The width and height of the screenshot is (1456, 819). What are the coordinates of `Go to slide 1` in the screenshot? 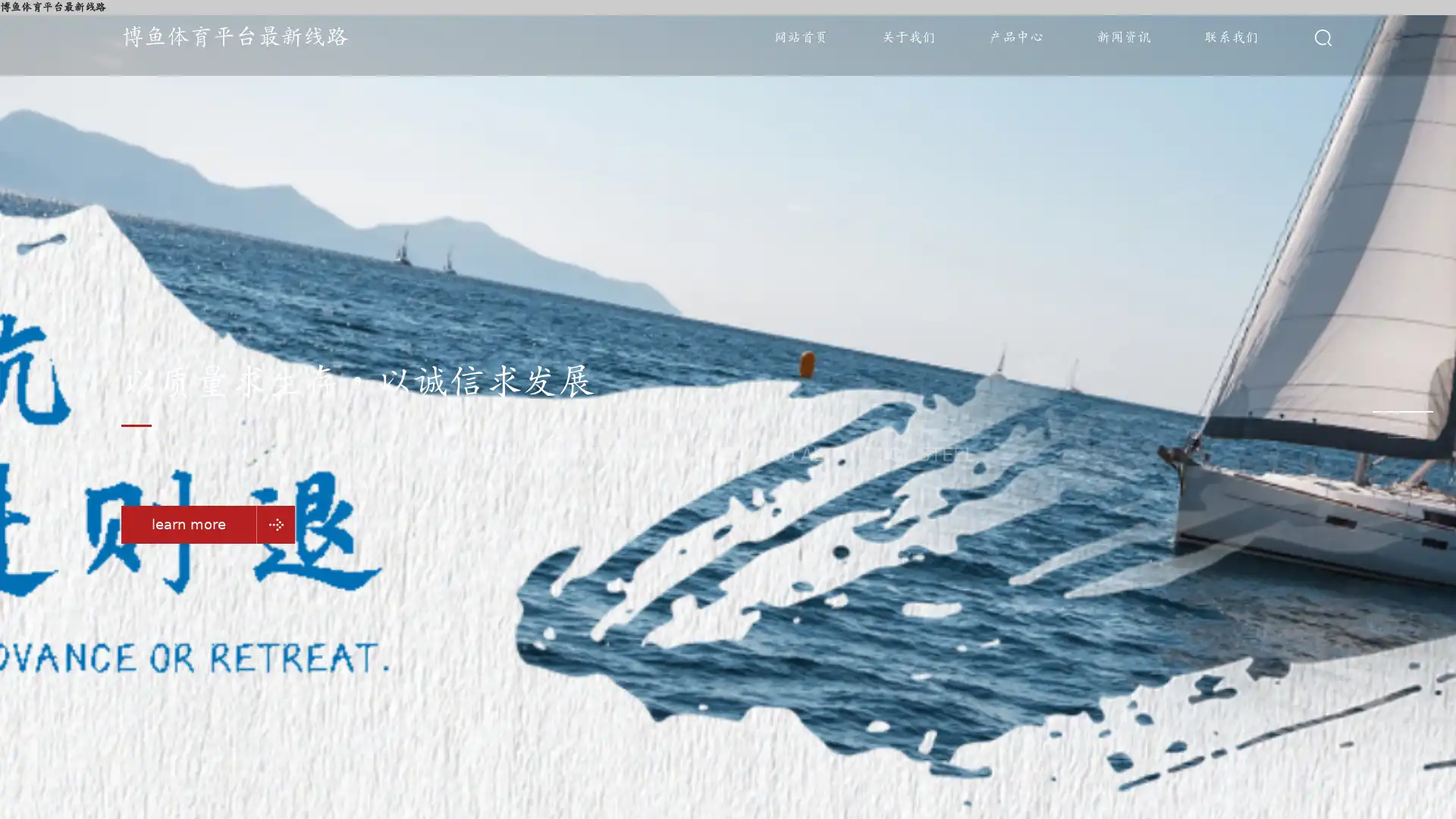 It's located at (1401, 412).